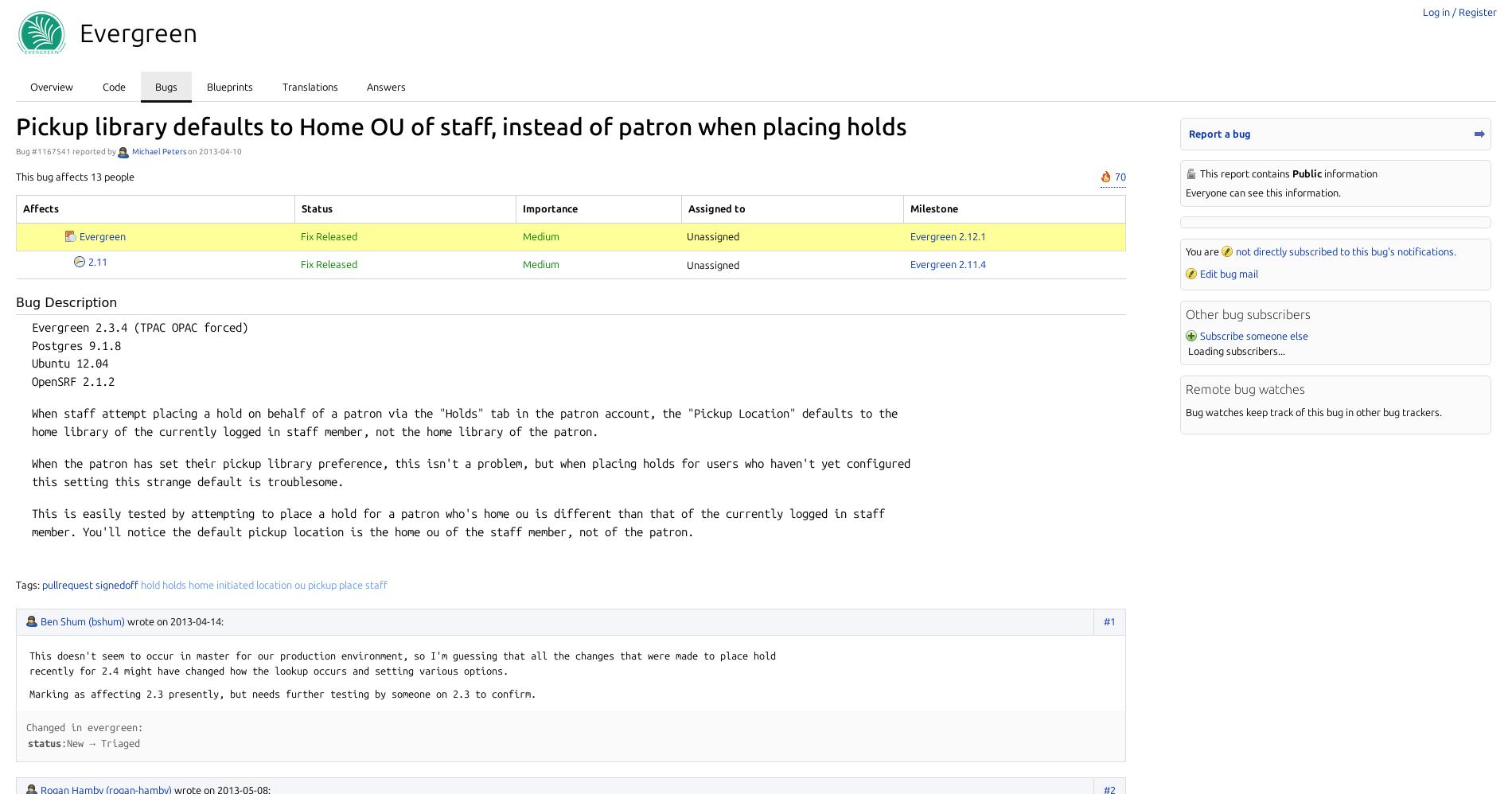  What do you see at coordinates (1229, 273) in the screenshot?
I see `'Edit bug mail'` at bounding box center [1229, 273].